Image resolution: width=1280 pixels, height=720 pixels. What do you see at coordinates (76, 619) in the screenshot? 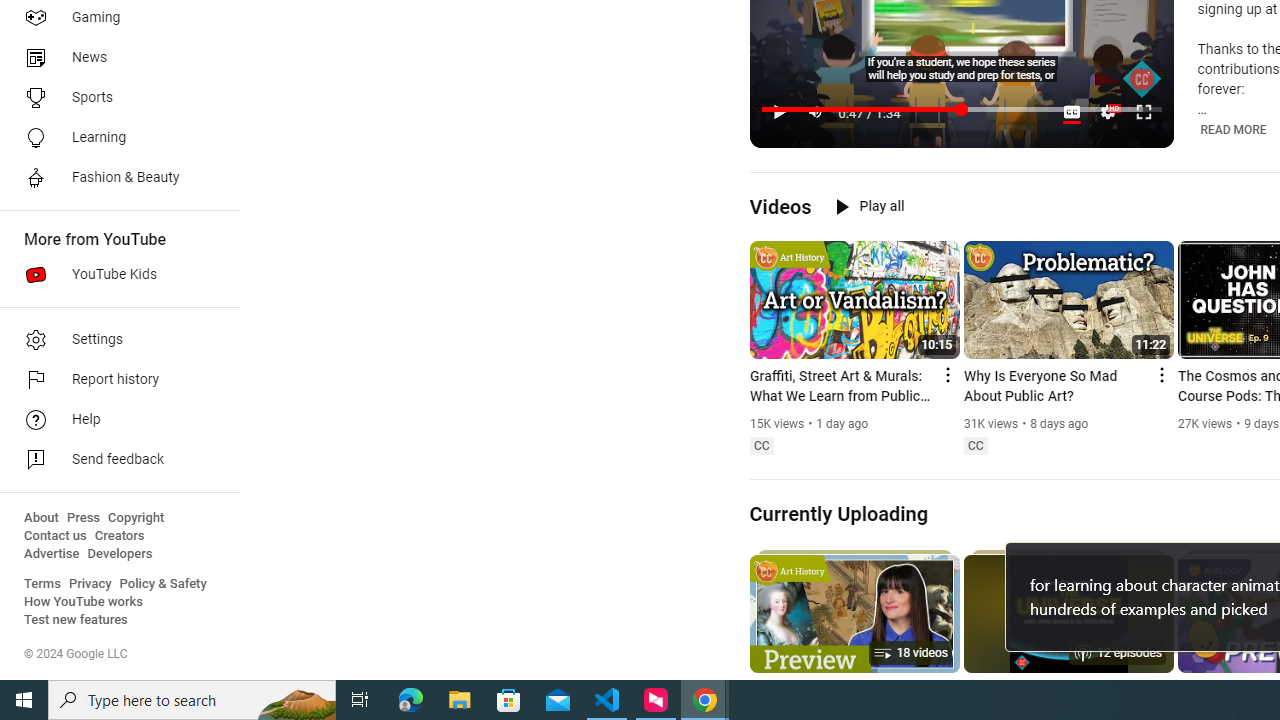
I see `'Test new features'` at bounding box center [76, 619].